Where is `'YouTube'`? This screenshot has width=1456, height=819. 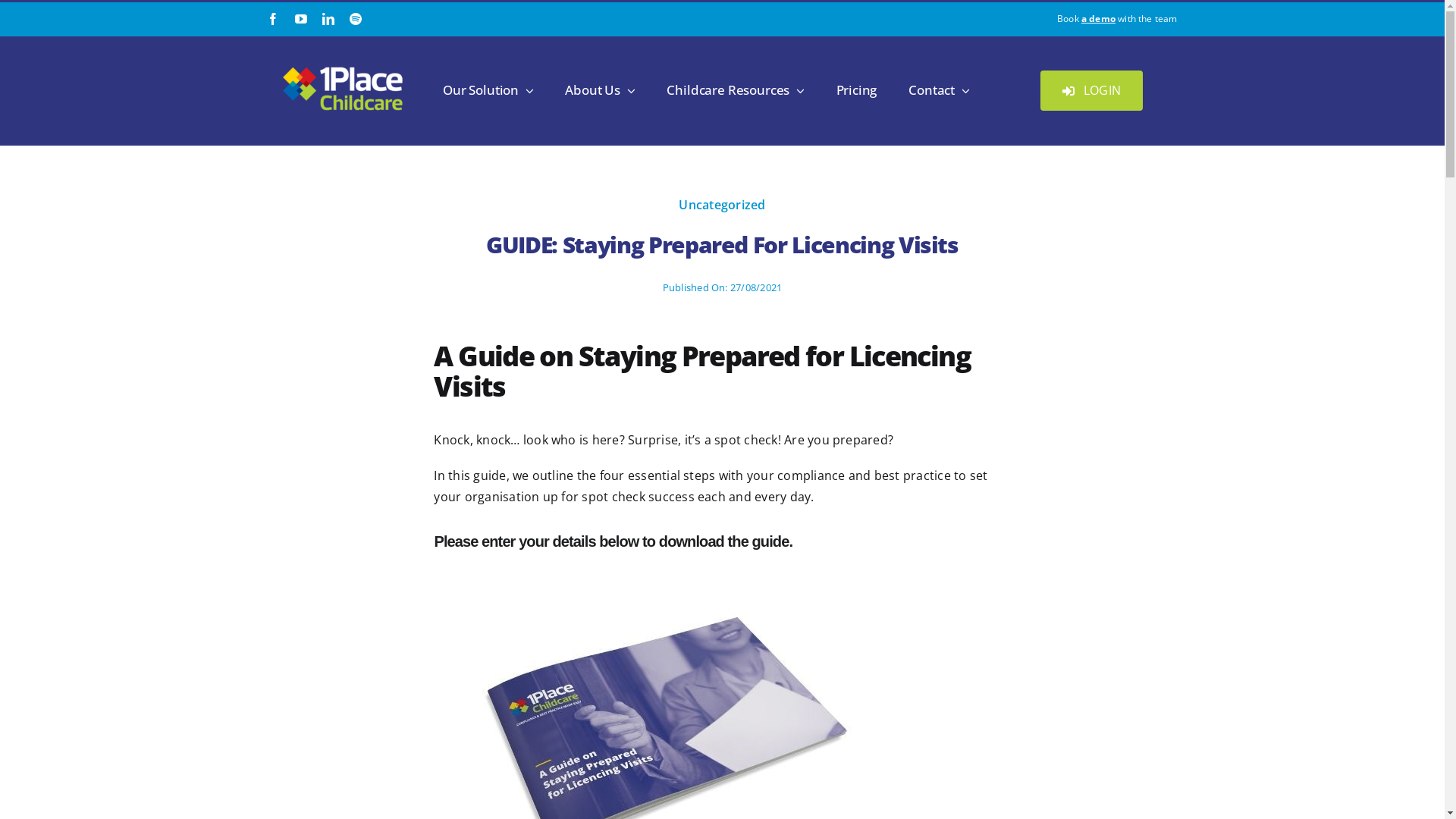 'YouTube' is located at coordinates (301, 18).